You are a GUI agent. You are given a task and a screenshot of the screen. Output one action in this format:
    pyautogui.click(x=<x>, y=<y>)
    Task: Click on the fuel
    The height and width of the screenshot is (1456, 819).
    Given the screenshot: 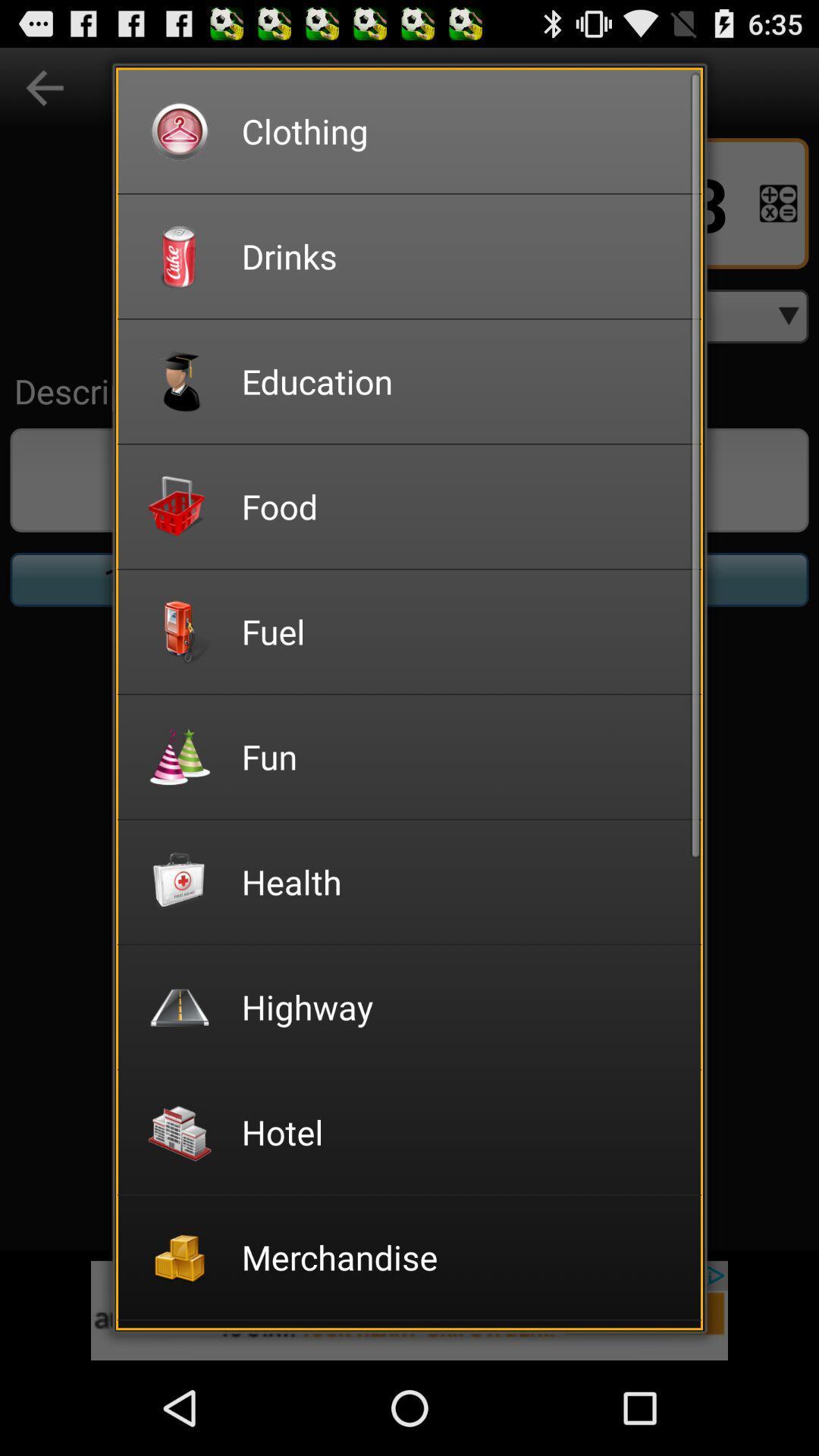 What is the action you would take?
    pyautogui.click(x=460, y=631)
    